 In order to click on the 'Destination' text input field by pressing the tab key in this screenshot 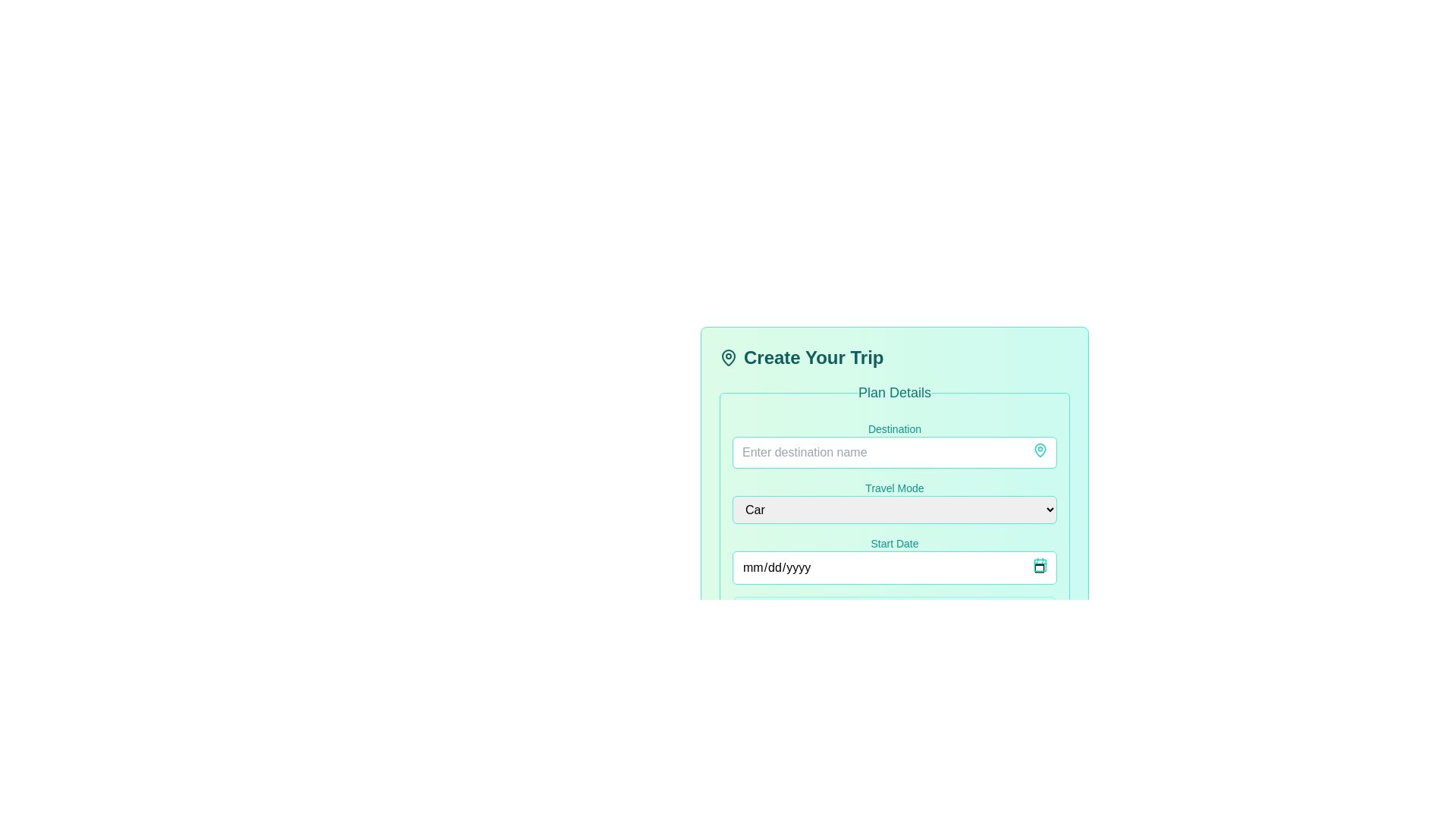, I will do `click(895, 444)`.